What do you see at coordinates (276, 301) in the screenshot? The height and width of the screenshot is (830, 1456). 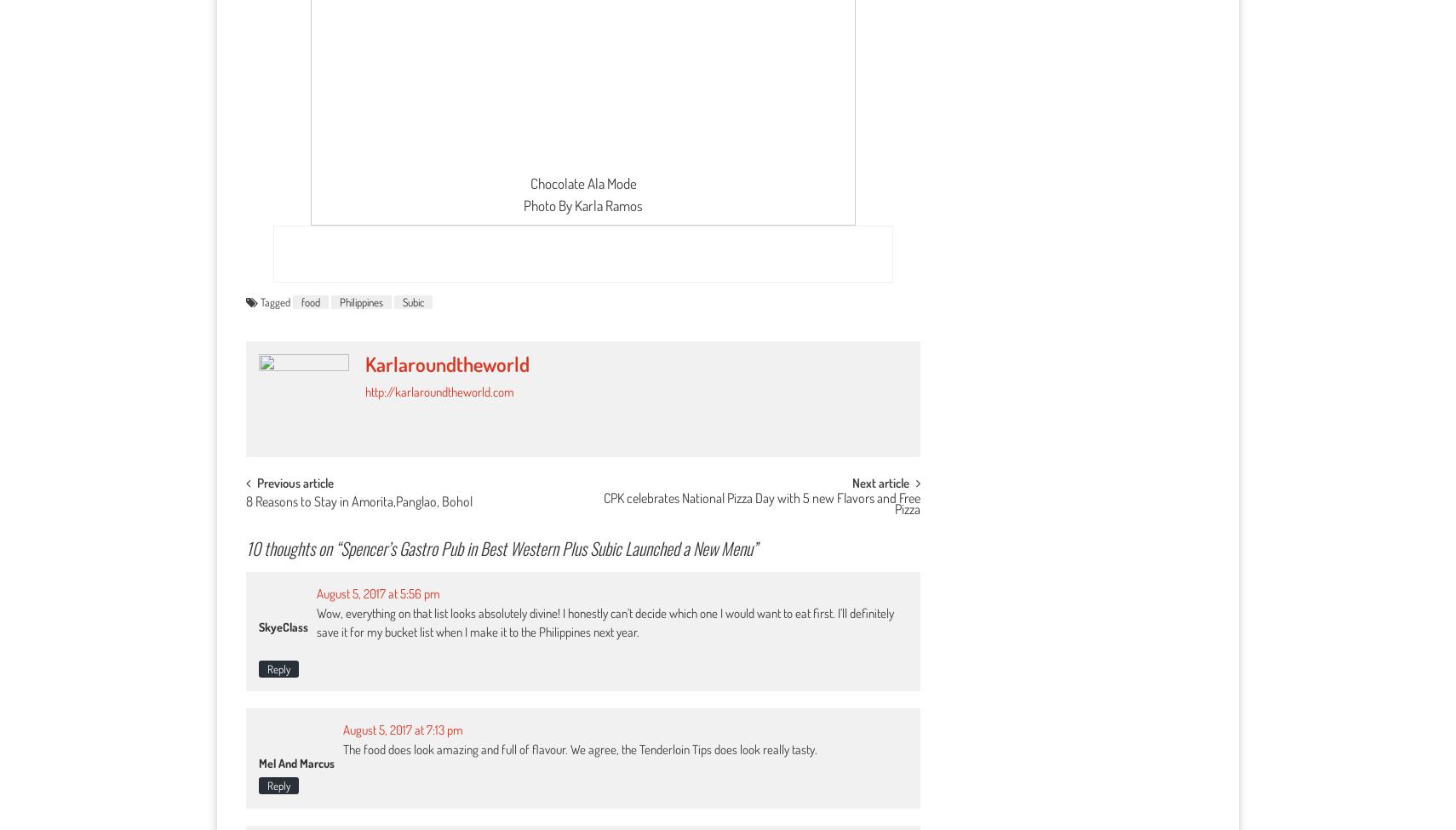 I see `'Tagged'` at bounding box center [276, 301].